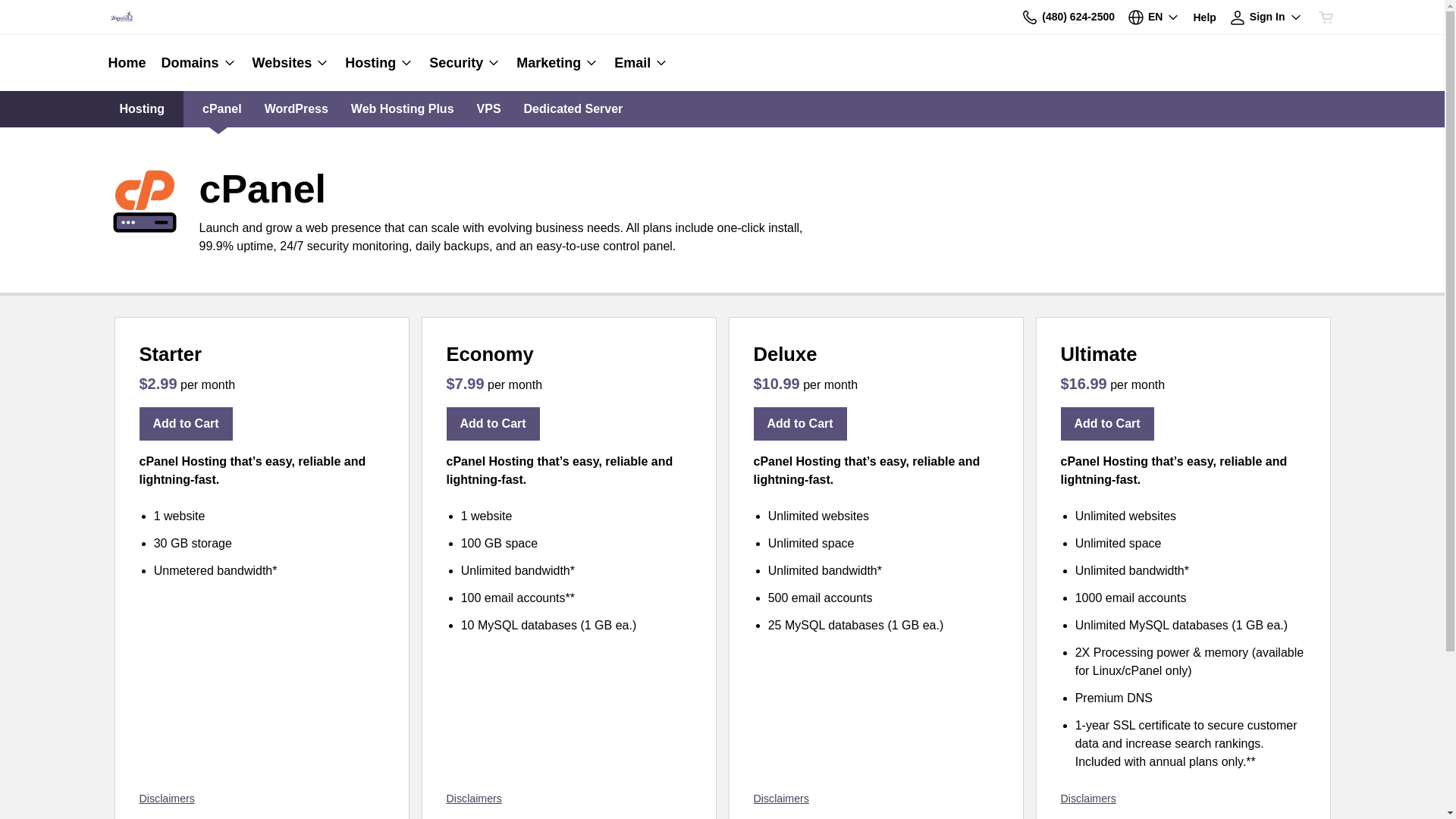  I want to click on 'VPS', so click(488, 108).